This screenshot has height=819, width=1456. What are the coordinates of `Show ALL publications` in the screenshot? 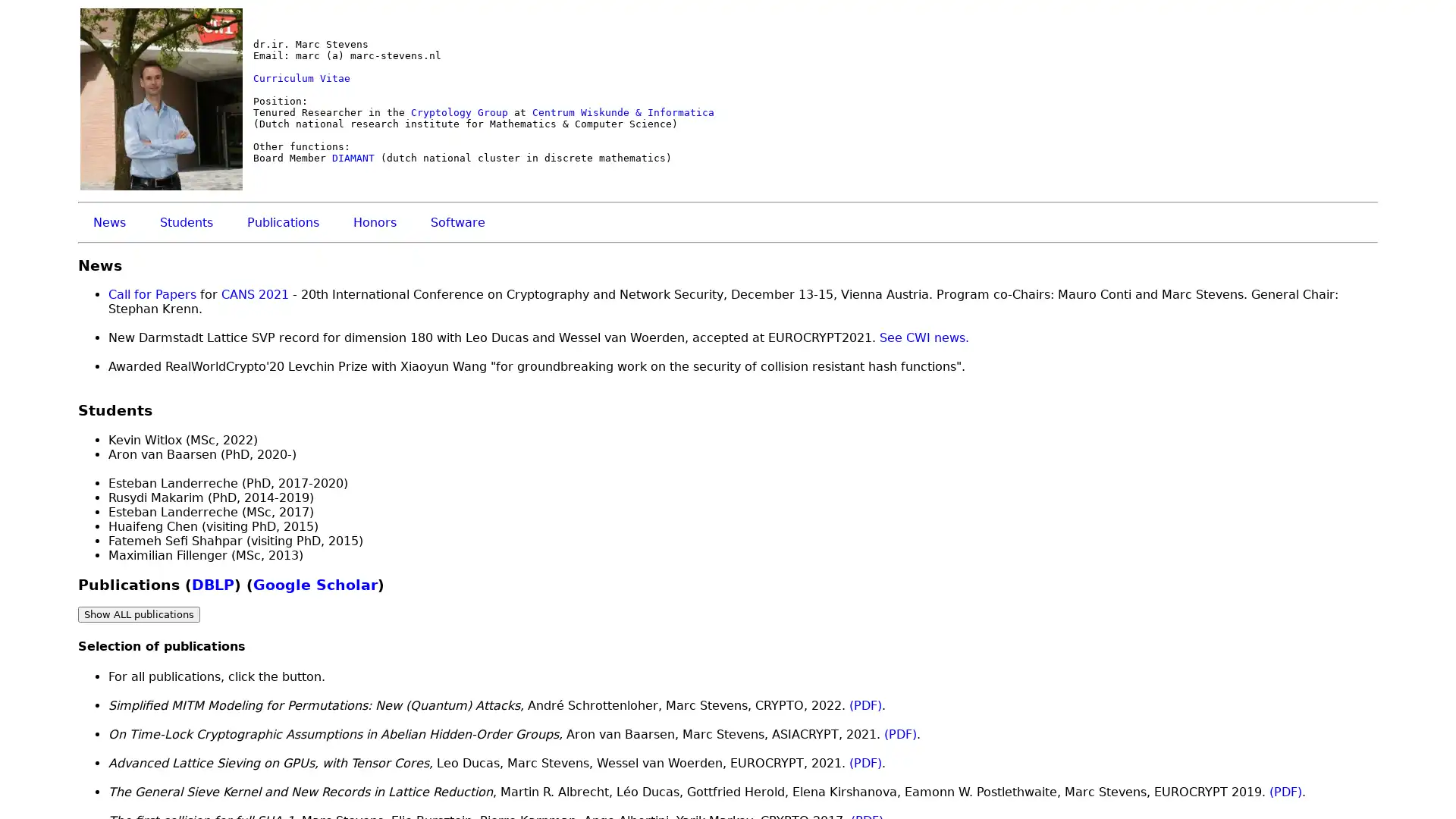 It's located at (139, 614).